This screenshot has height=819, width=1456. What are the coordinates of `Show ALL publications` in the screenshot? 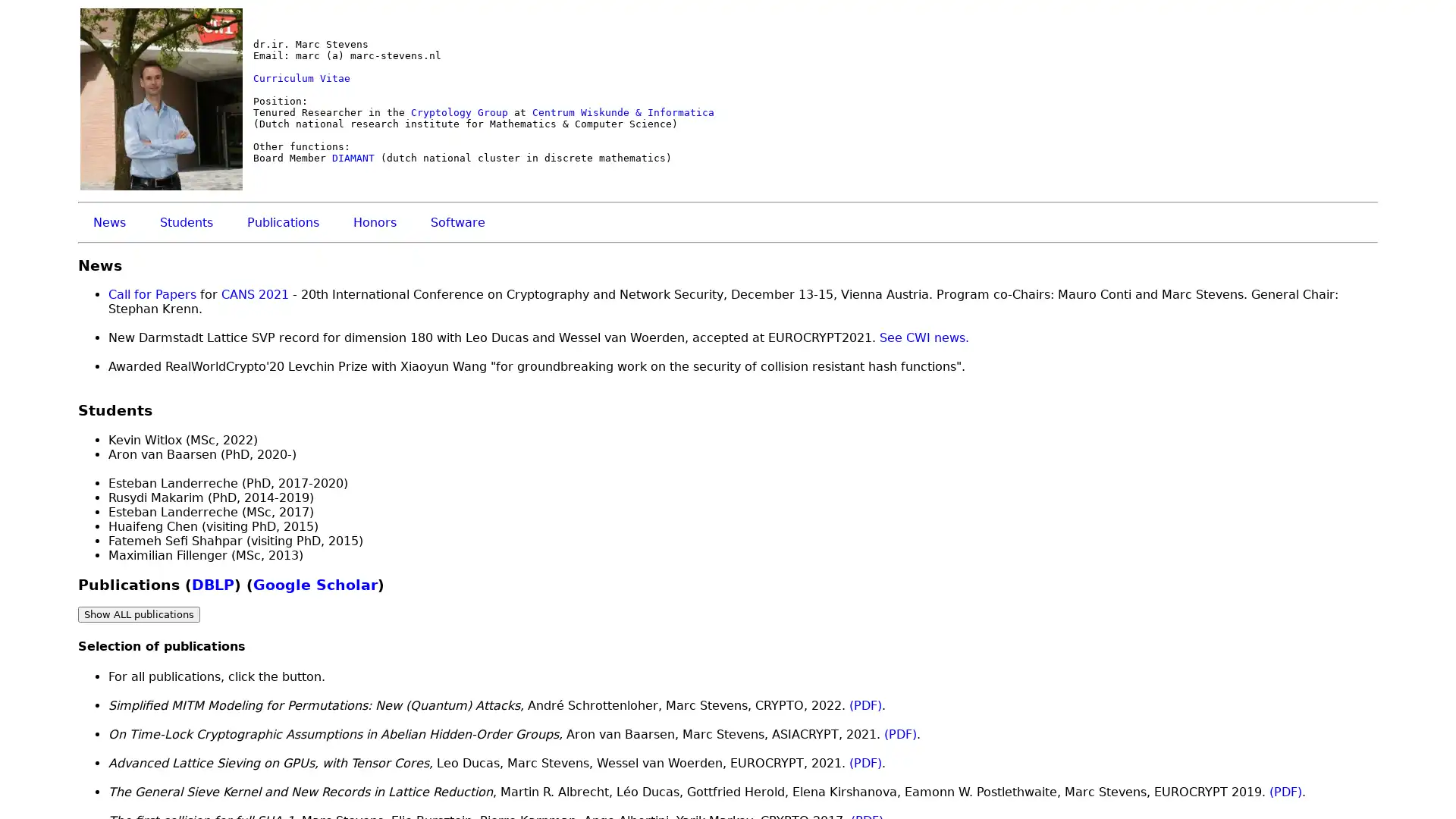 It's located at (139, 614).